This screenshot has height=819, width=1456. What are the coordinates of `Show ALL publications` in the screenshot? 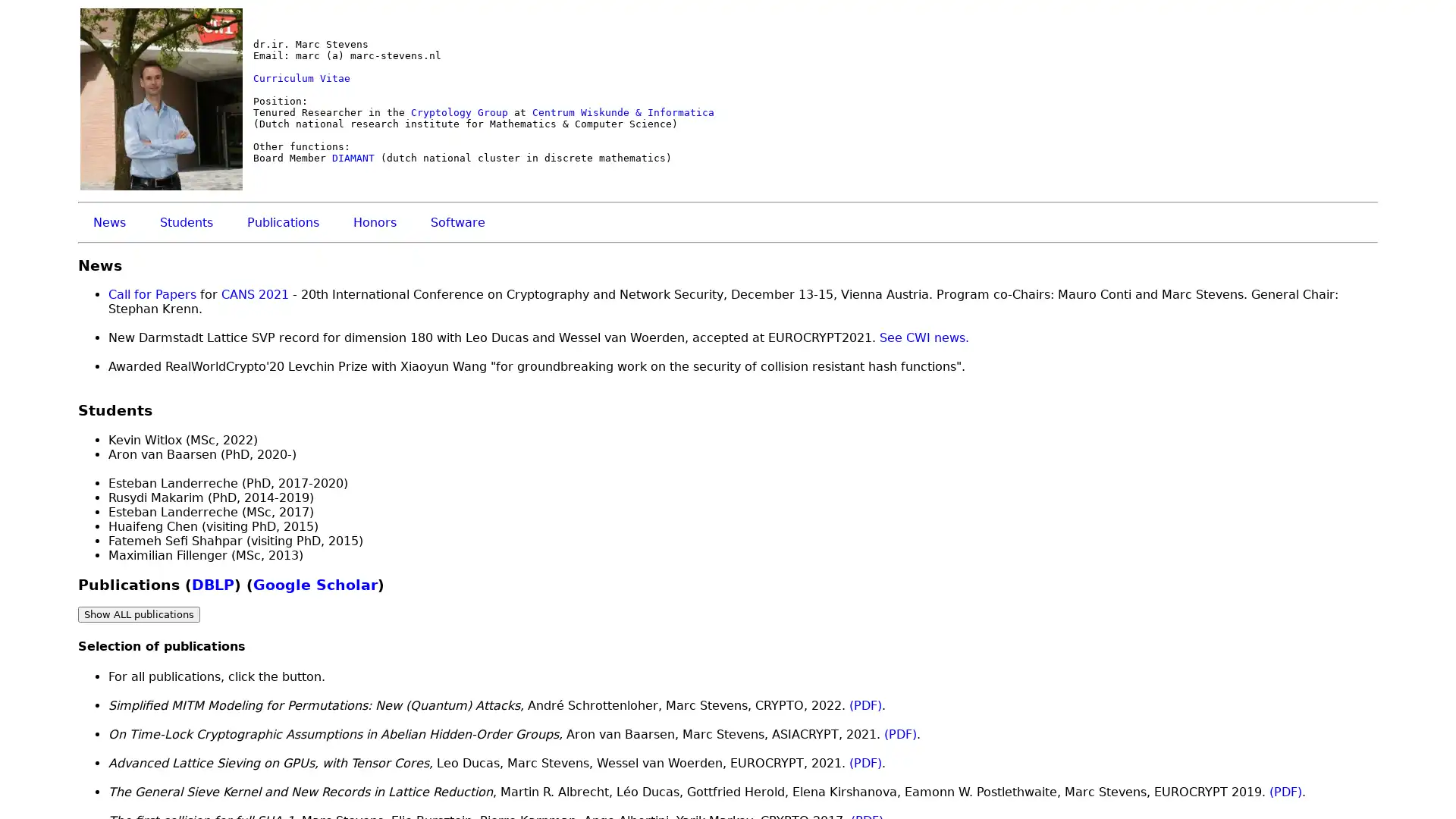 It's located at (139, 614).